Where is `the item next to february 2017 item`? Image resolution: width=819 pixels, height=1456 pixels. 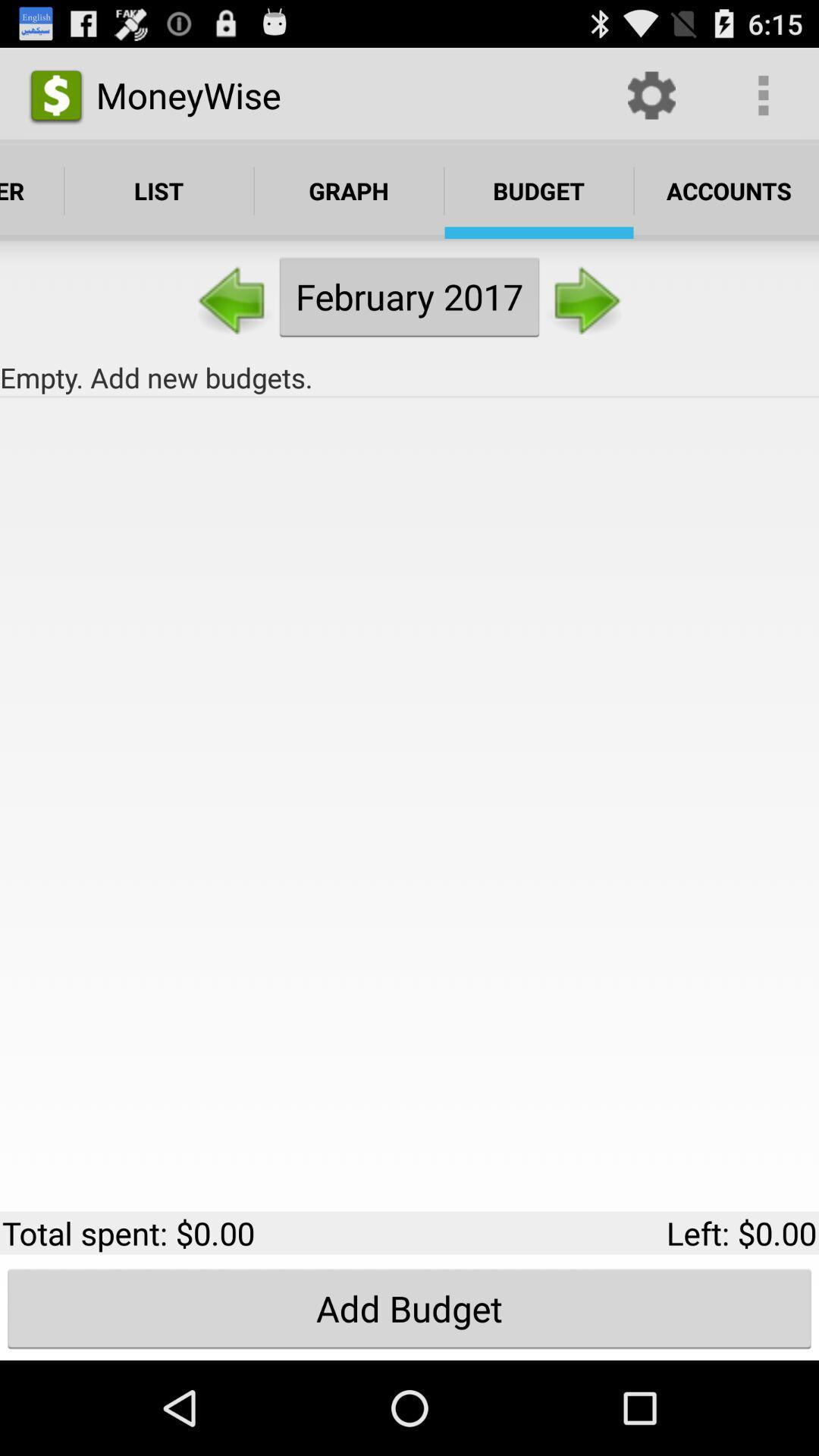 the item next to february 2017 item is located at coordinates (234, 297).